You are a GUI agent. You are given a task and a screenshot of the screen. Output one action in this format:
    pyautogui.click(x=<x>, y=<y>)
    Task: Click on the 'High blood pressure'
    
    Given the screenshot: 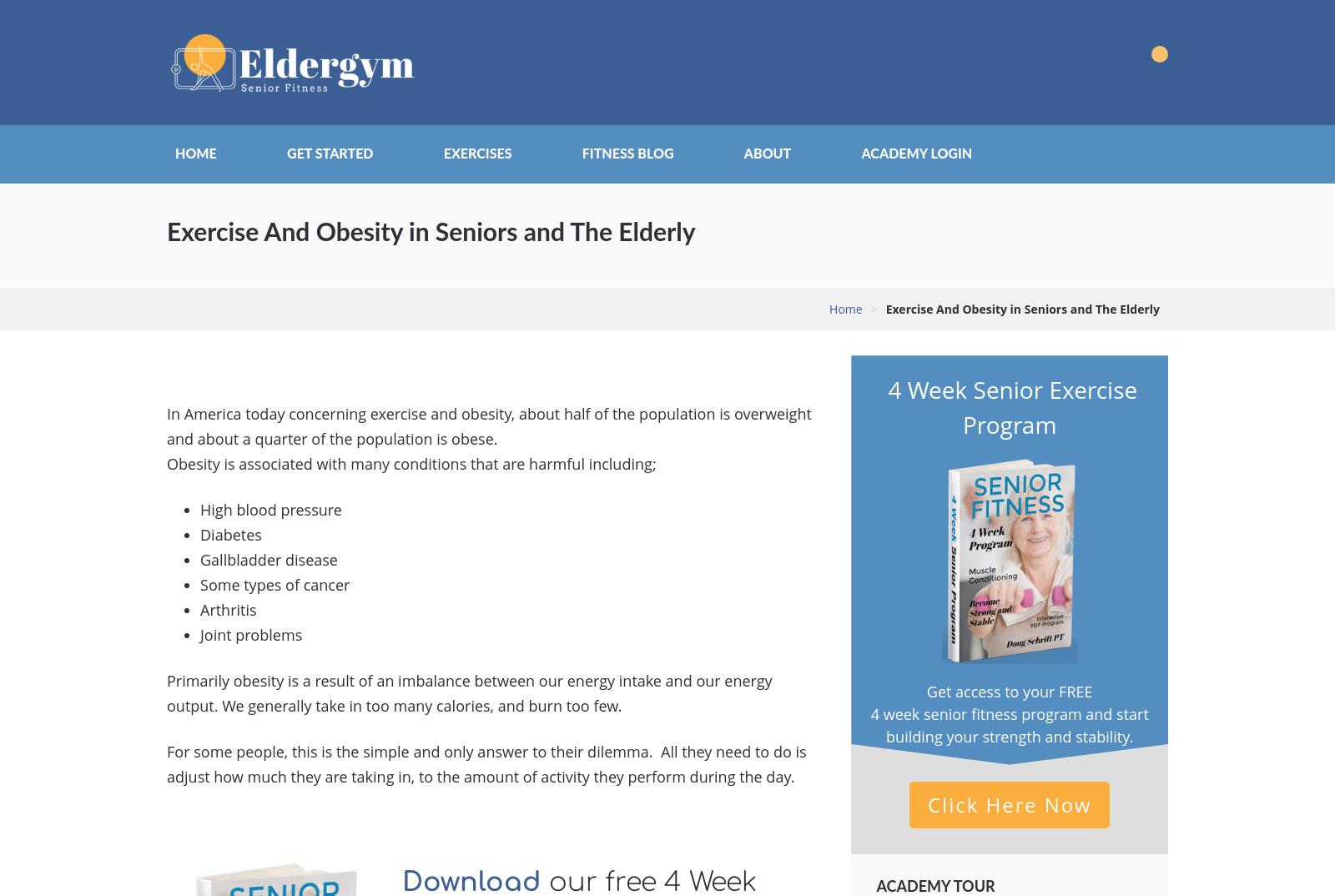 What is the action you would take?
    pyautogui.click(x=270, y=509)
    